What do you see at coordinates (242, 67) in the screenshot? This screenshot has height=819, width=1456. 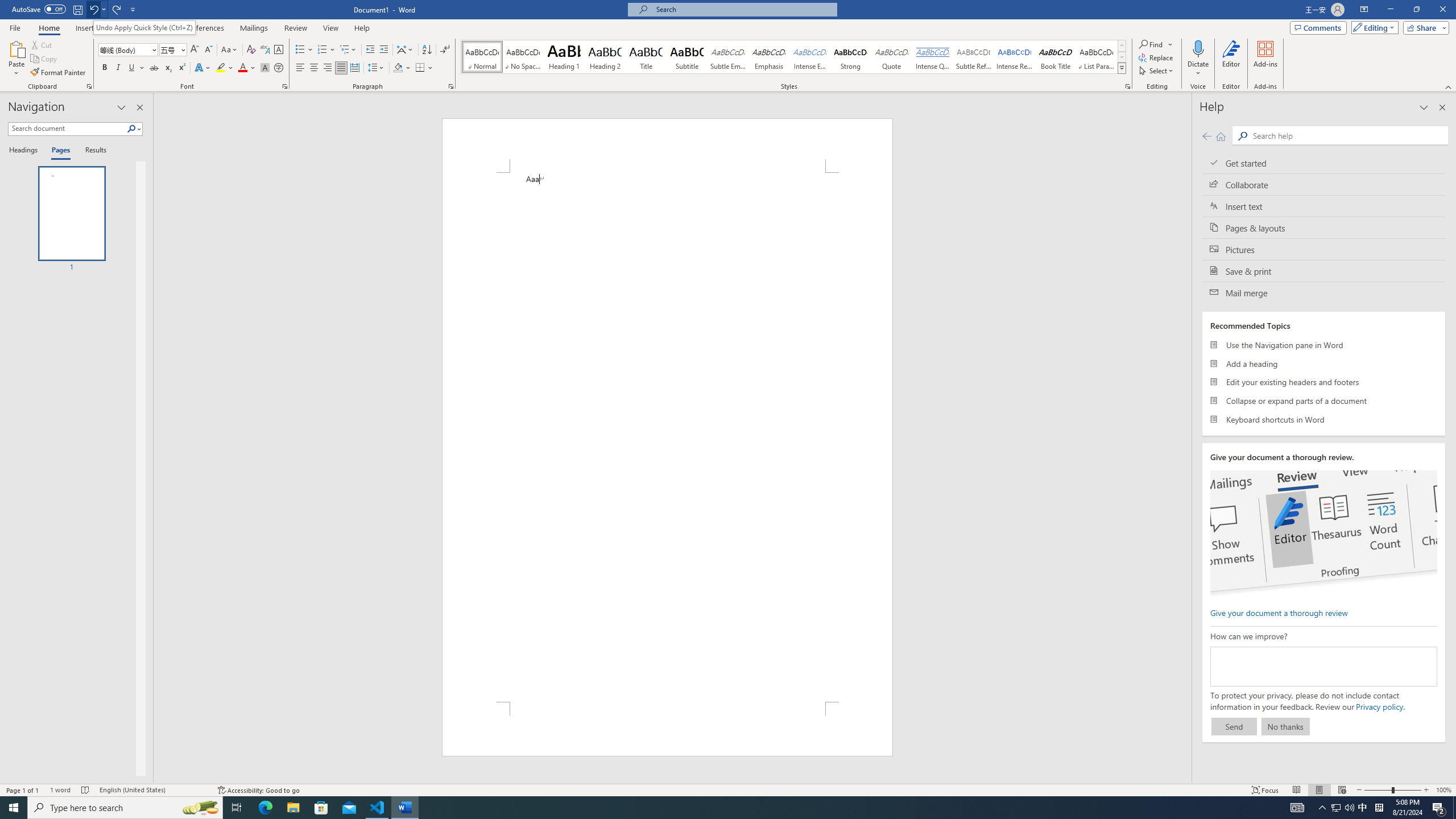 I see `'Font Color Red'` at bounding box center [242, 67].